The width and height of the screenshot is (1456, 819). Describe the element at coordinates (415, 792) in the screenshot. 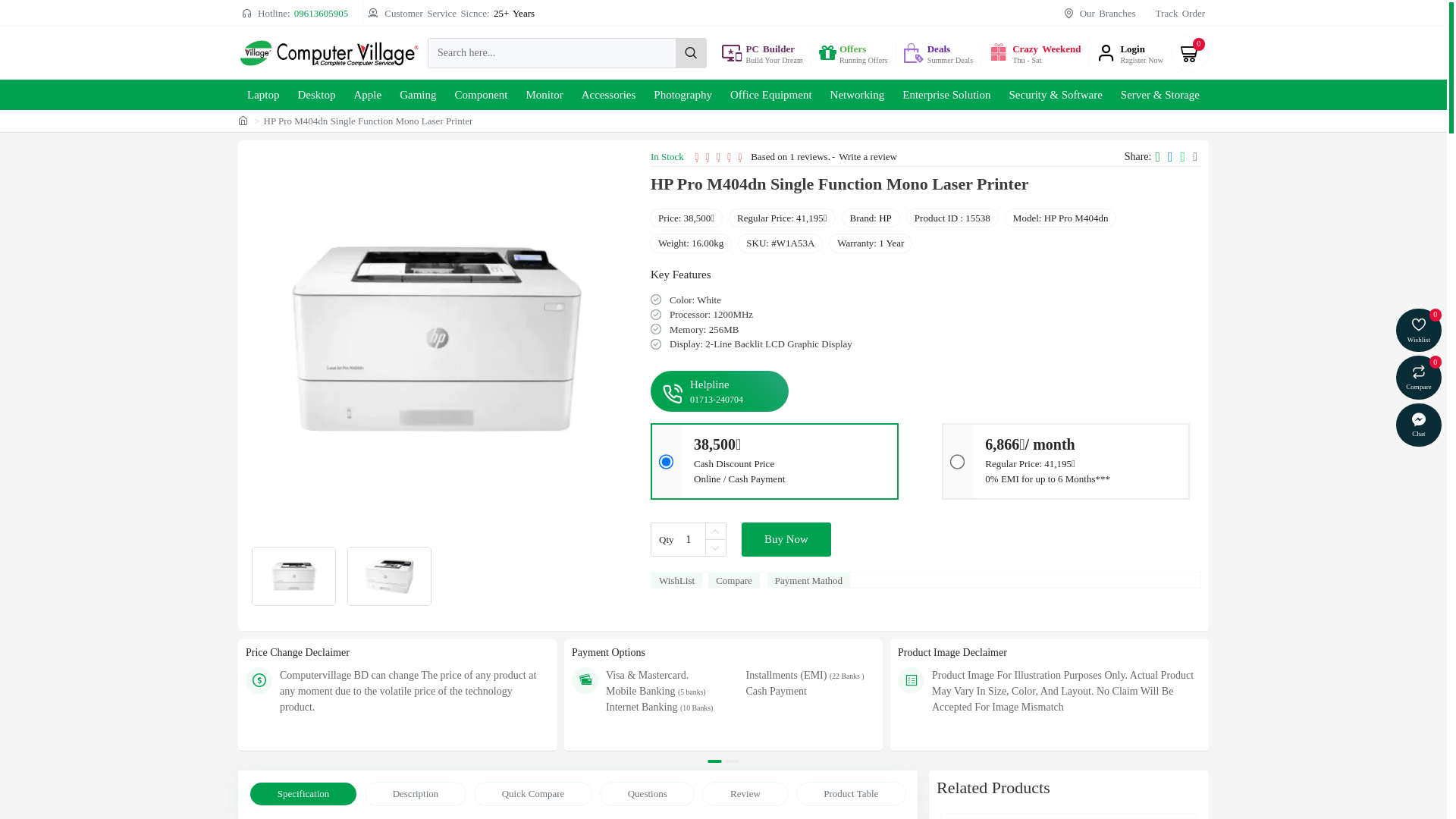

I see `'Description'` at that location.